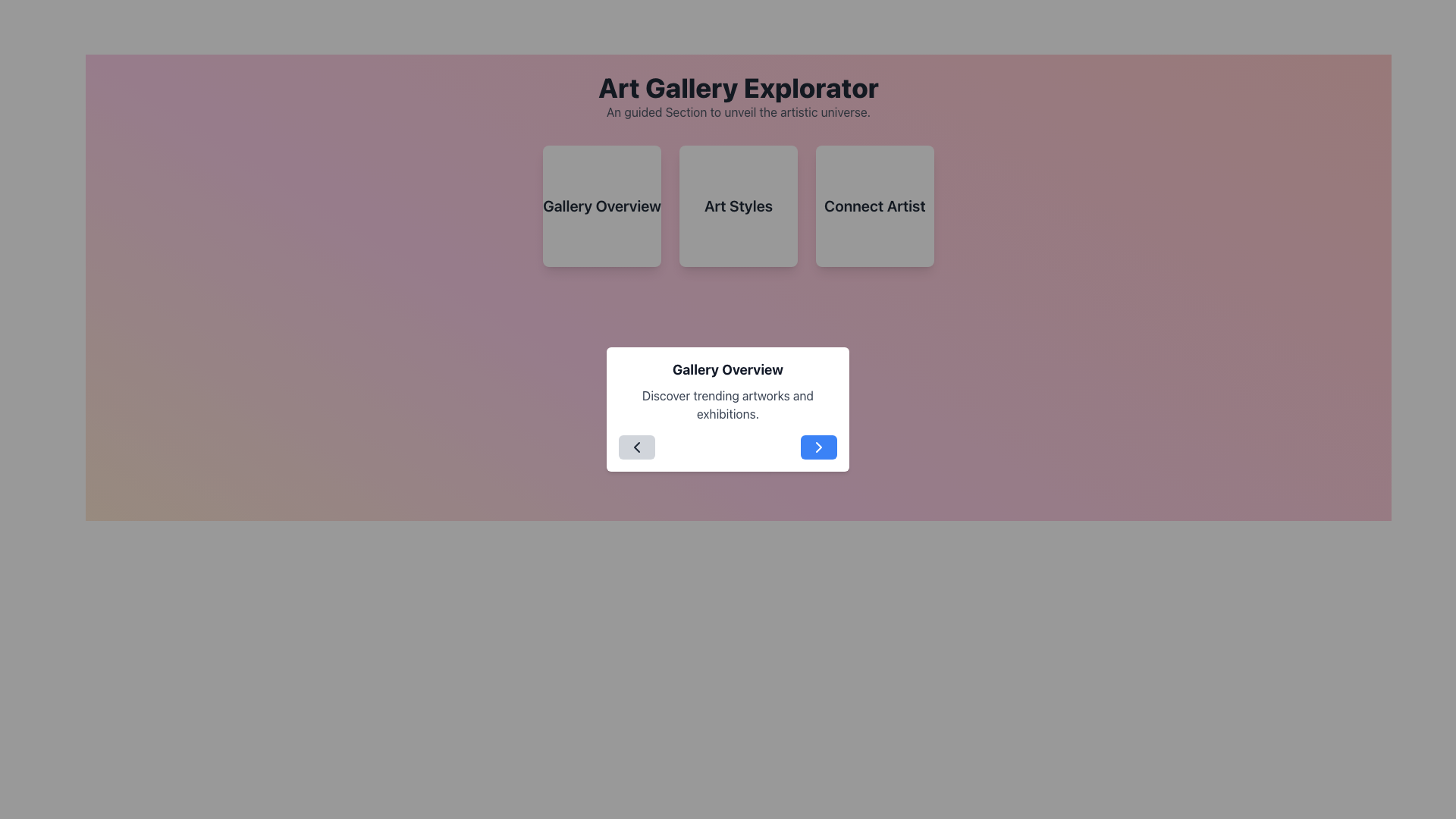 The width and height of the screenshot is (1456, 819). I want to click on the backward navigation icon located at the left-bottom corner of the modal-like popup window, so click(637, 447).